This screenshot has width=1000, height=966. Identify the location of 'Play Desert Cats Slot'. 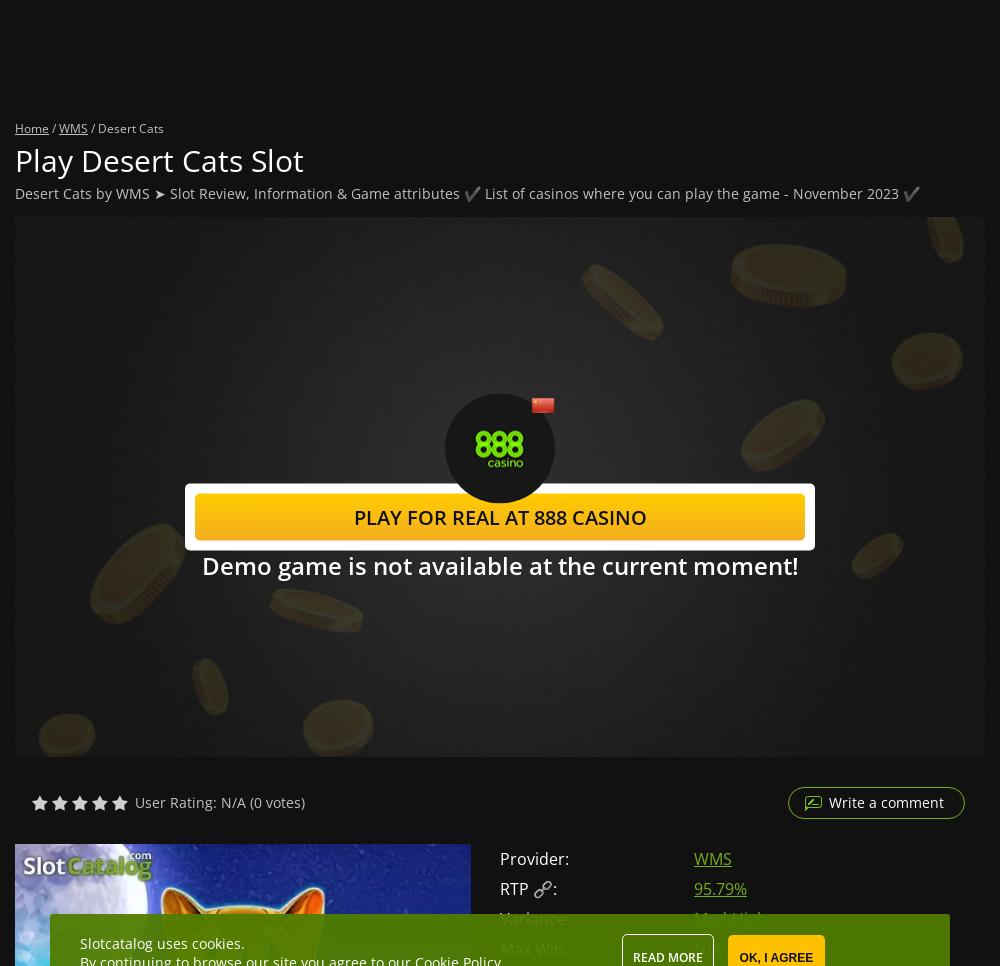
(159, 159).